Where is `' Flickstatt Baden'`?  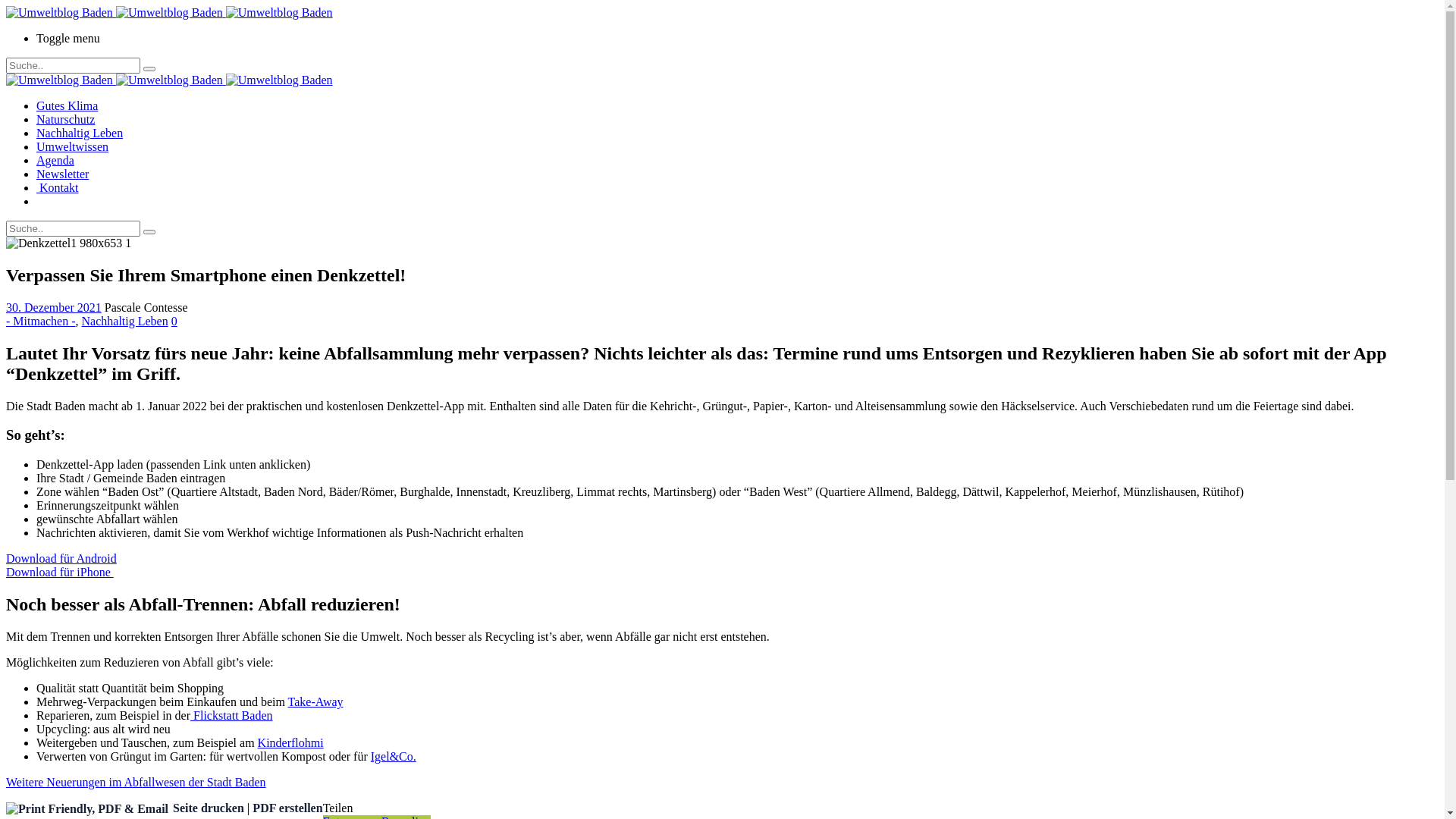
' Flickstatt Baden' is located at coordinates (231, 715).